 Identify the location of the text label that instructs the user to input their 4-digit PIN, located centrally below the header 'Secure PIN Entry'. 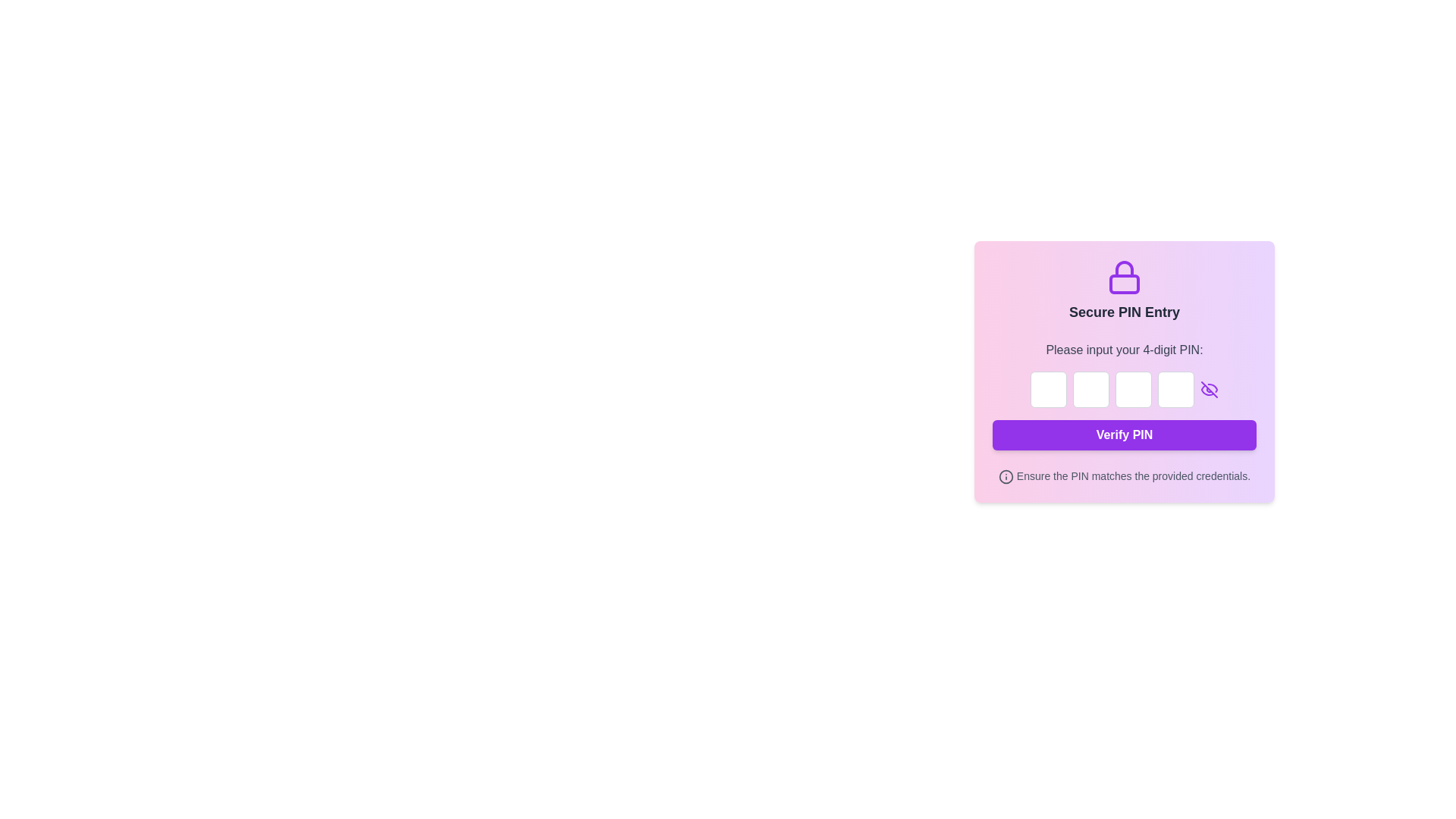
(1125, 350).